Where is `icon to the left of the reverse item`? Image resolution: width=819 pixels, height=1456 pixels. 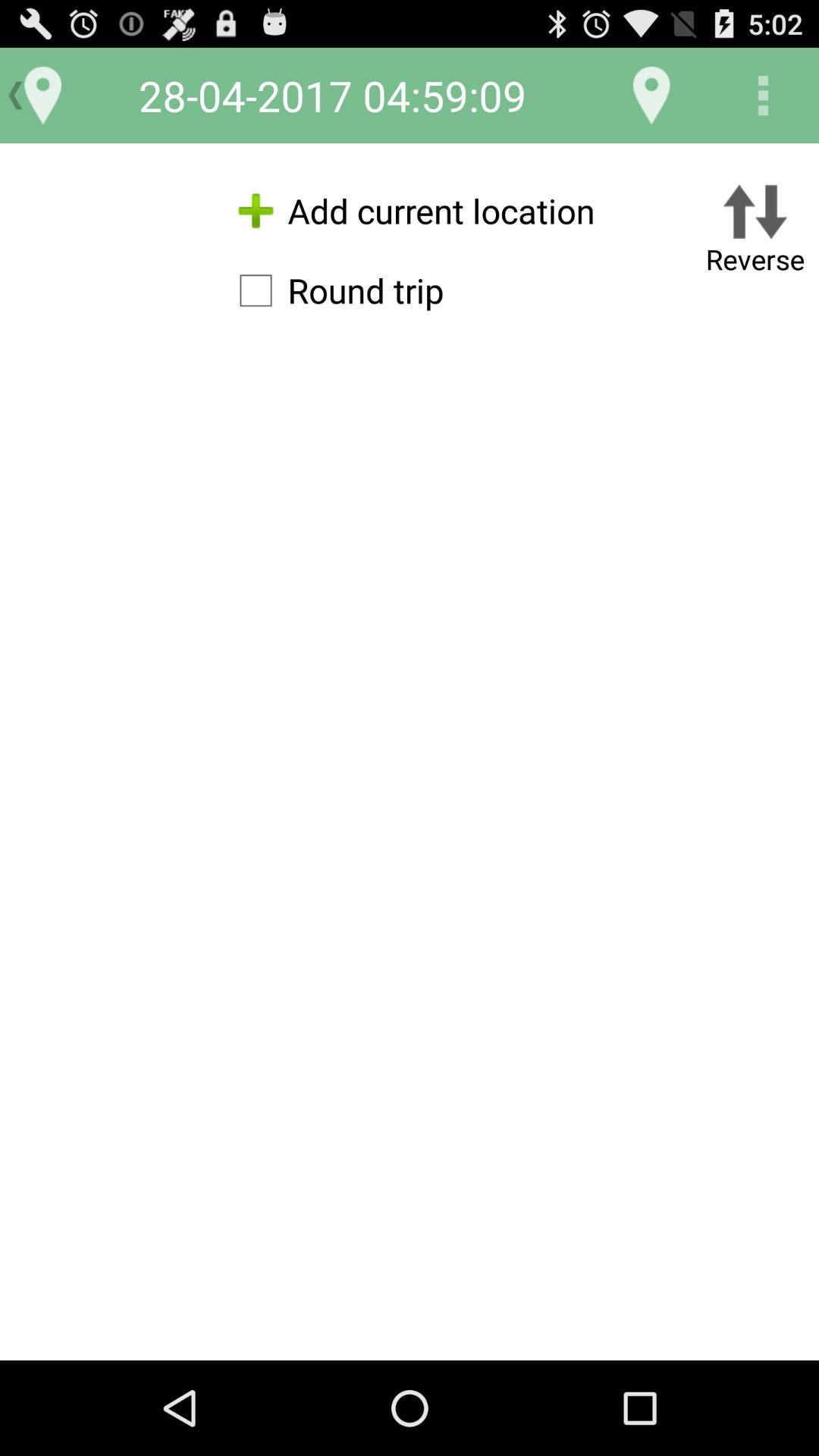
icon to the left of the reverse item is located at coordinates (409, 210).